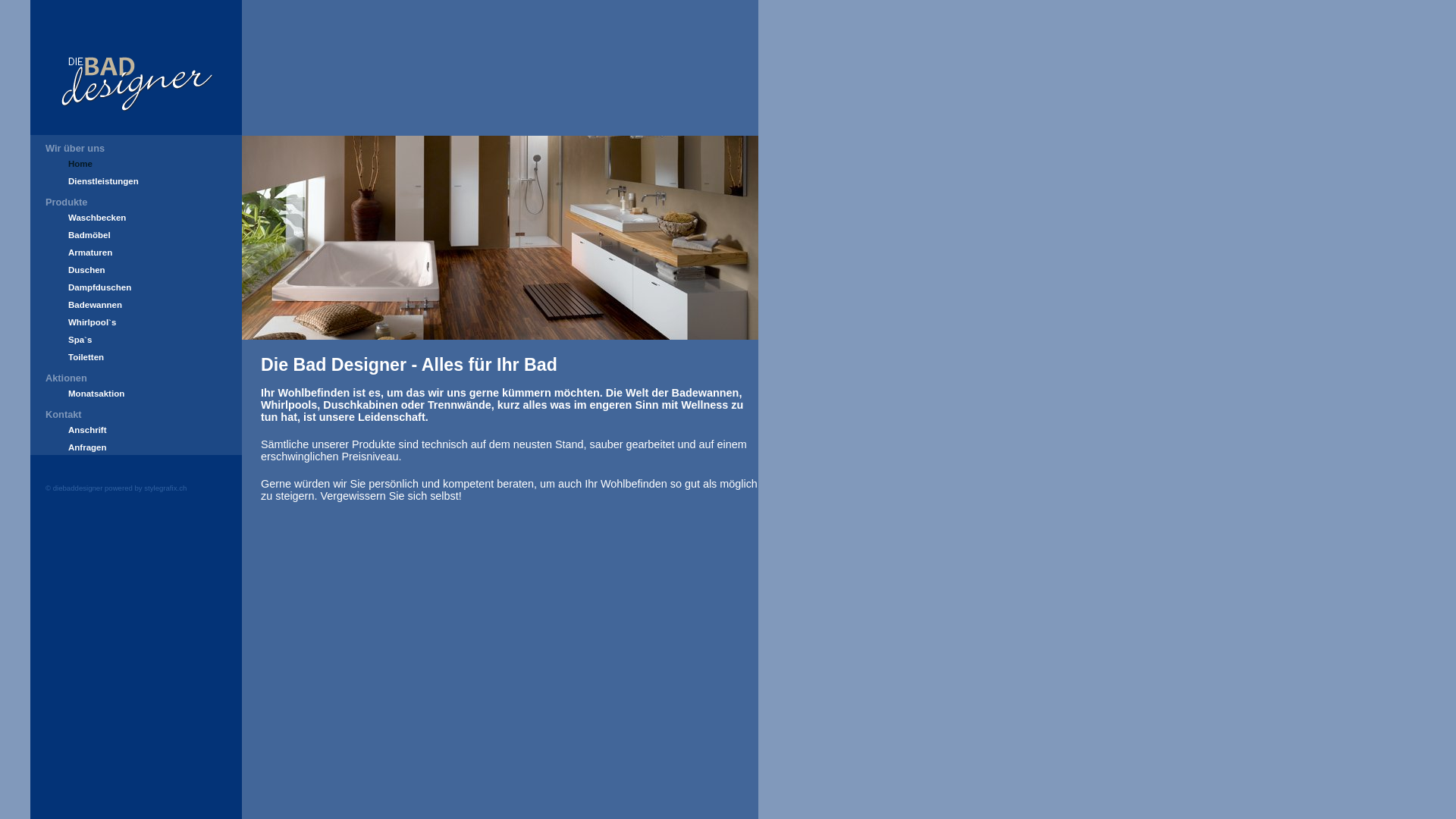  Describe the element at coordinates (86, 268) in the screenshot. I see `'Duschen'` at that location.